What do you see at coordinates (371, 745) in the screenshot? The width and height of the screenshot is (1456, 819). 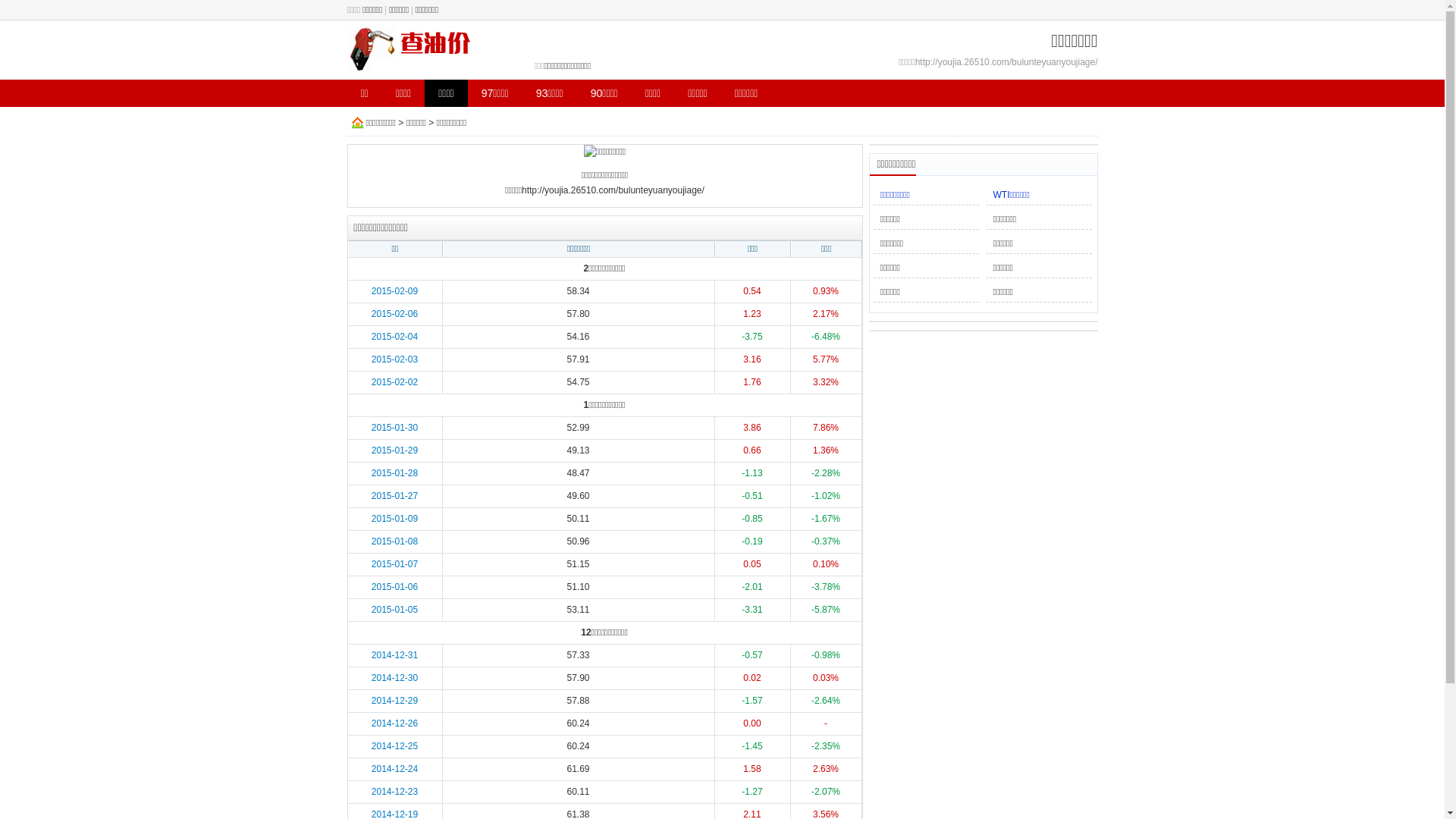 I see `'2014-12-25'` at bounding box center [371, 745].